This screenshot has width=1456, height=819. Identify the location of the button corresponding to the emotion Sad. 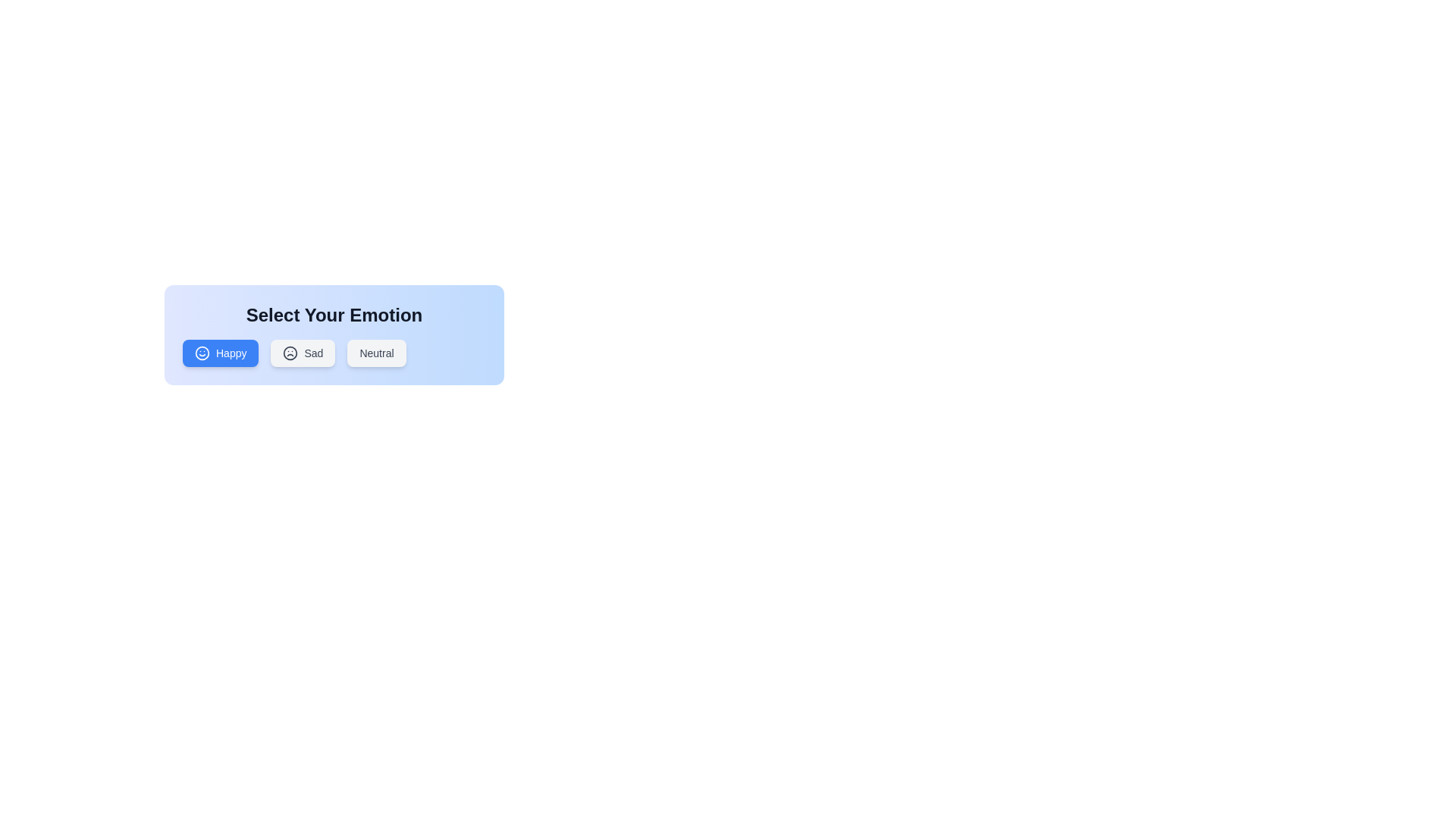
(303, 353).